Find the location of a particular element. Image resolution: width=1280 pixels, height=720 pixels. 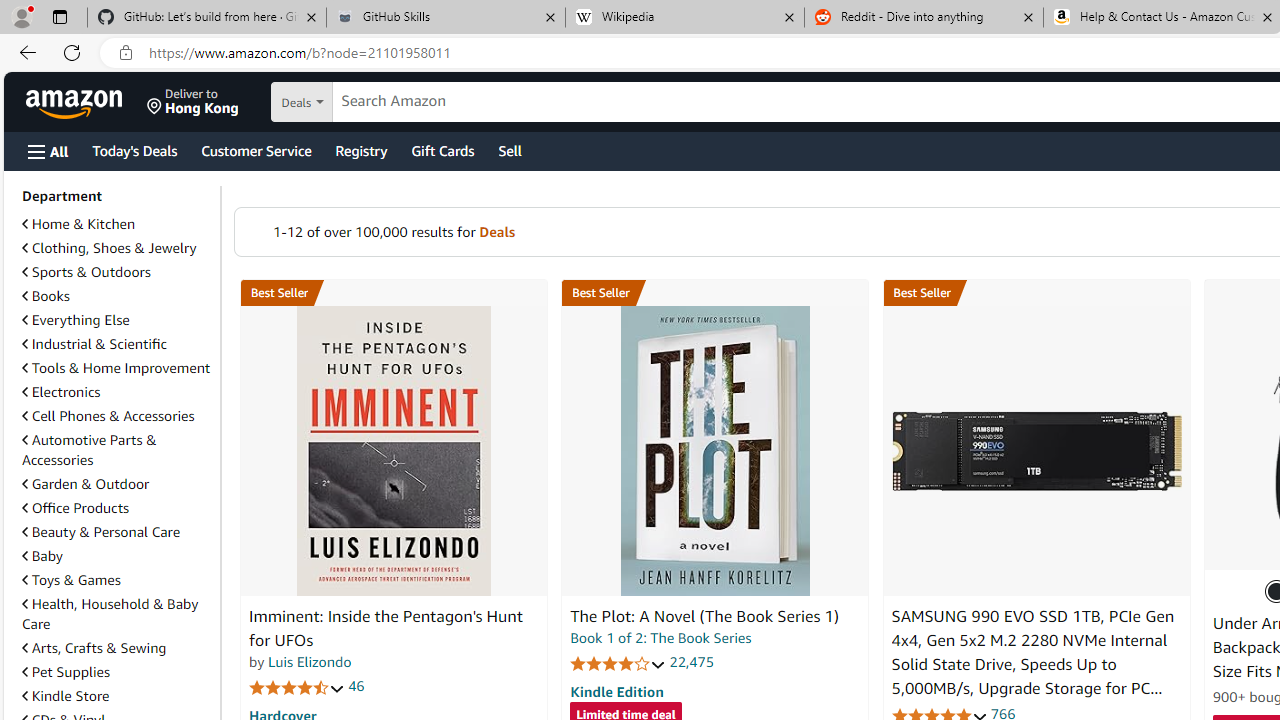

'Industrial & Scientific' is located at coordinates (116, 343).